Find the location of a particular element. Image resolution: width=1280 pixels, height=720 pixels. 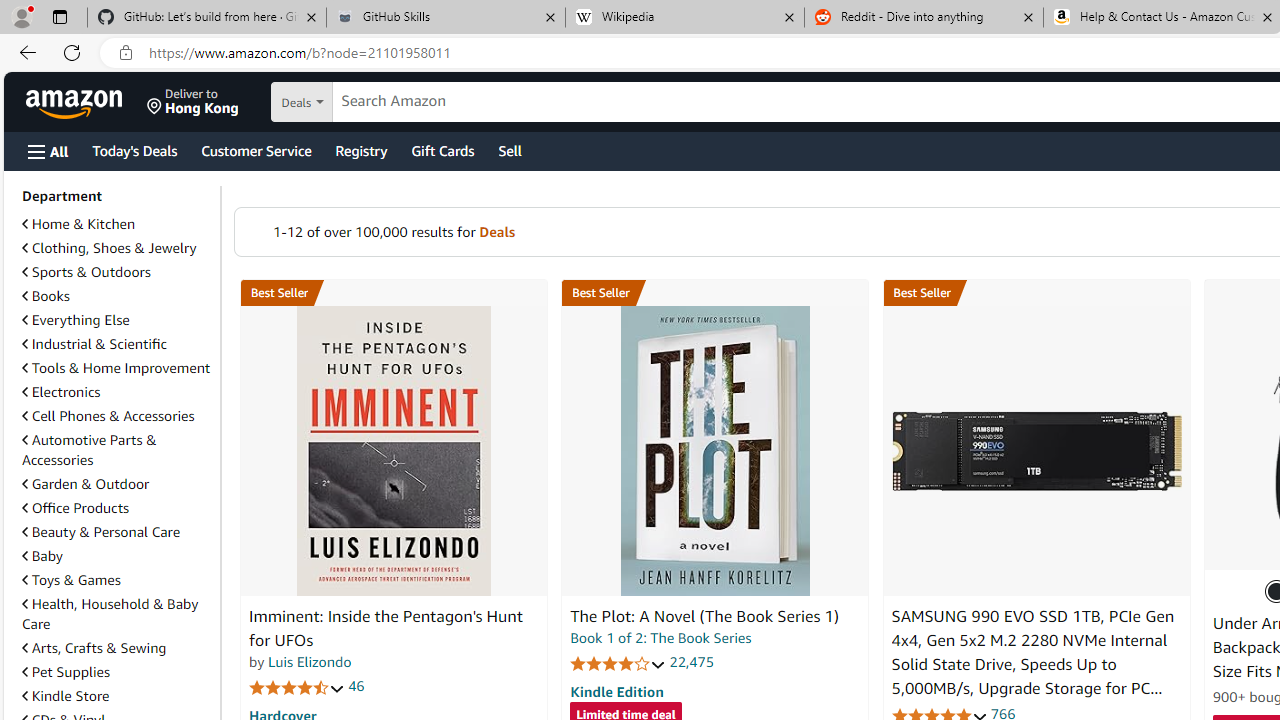

'Industrial & Scientific' is located at coordinates (116, 343).